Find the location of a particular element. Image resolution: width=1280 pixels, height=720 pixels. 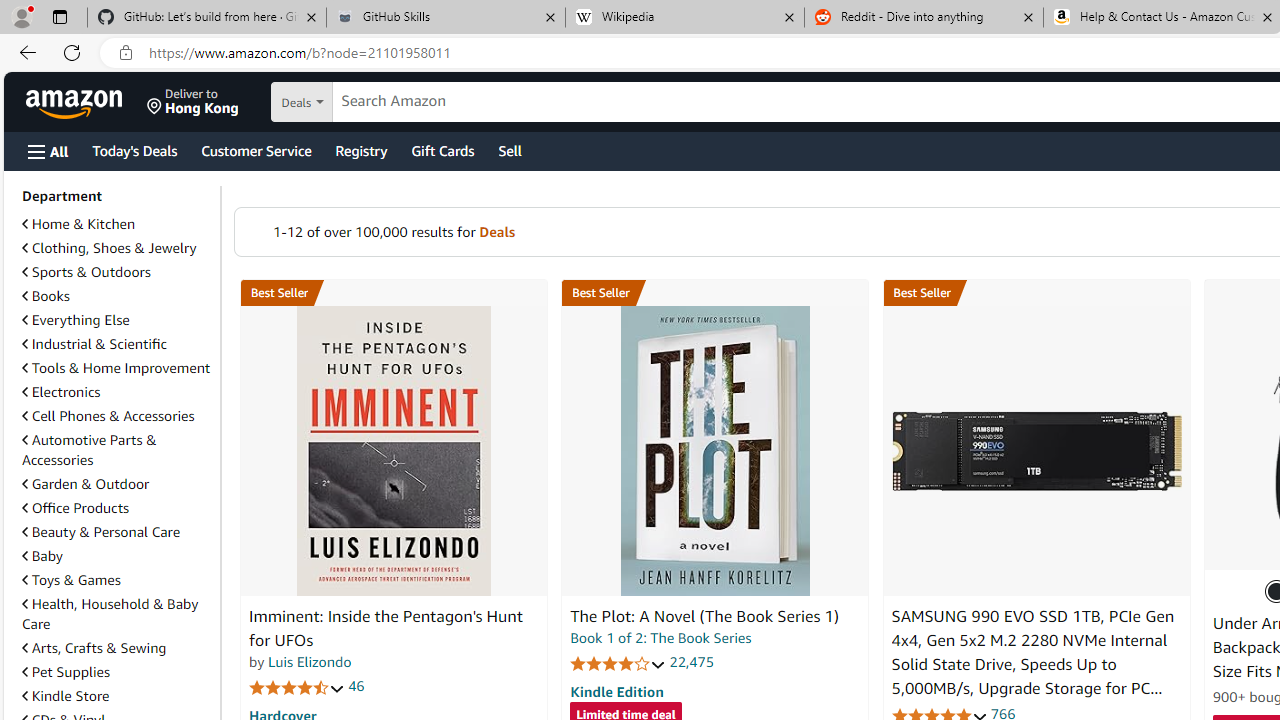

'Industrial & Scientific' is located at coordinates (116, 343).